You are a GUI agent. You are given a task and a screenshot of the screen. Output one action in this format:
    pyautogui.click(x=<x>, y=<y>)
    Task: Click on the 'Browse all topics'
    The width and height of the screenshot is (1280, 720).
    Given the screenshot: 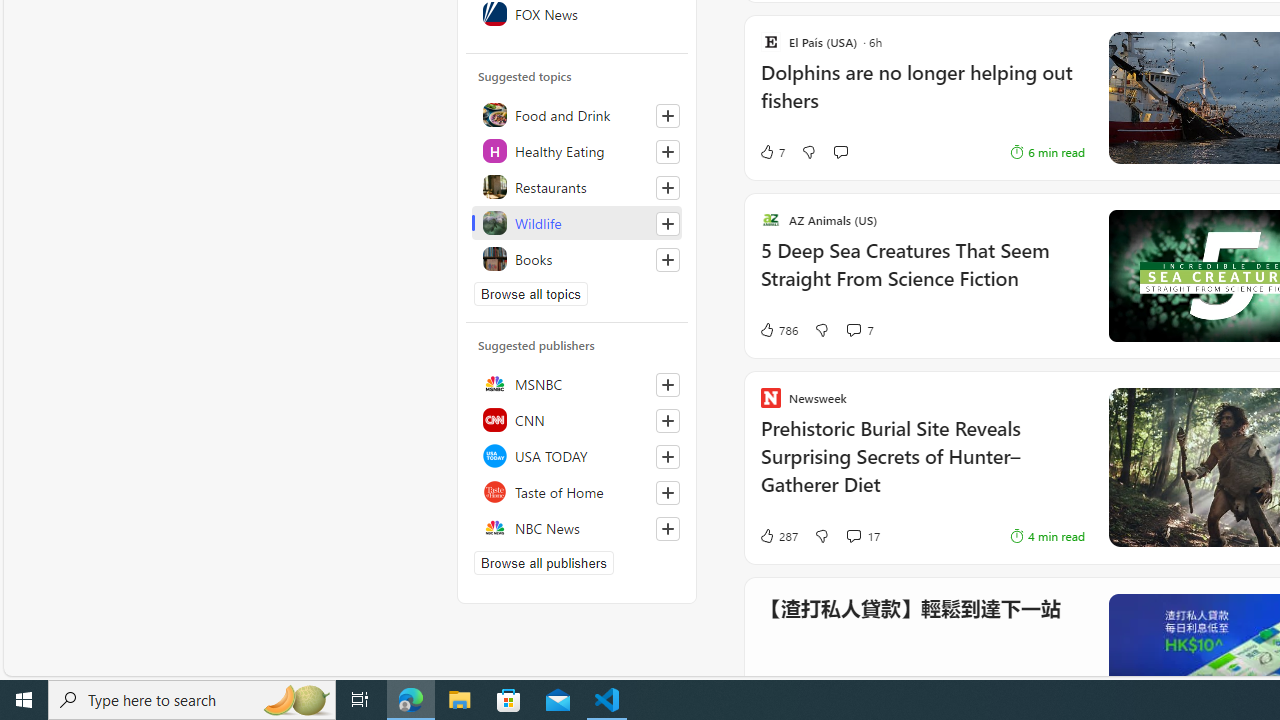 What is the action you would take?
    pyautogui.click(x=531, y=294)
    